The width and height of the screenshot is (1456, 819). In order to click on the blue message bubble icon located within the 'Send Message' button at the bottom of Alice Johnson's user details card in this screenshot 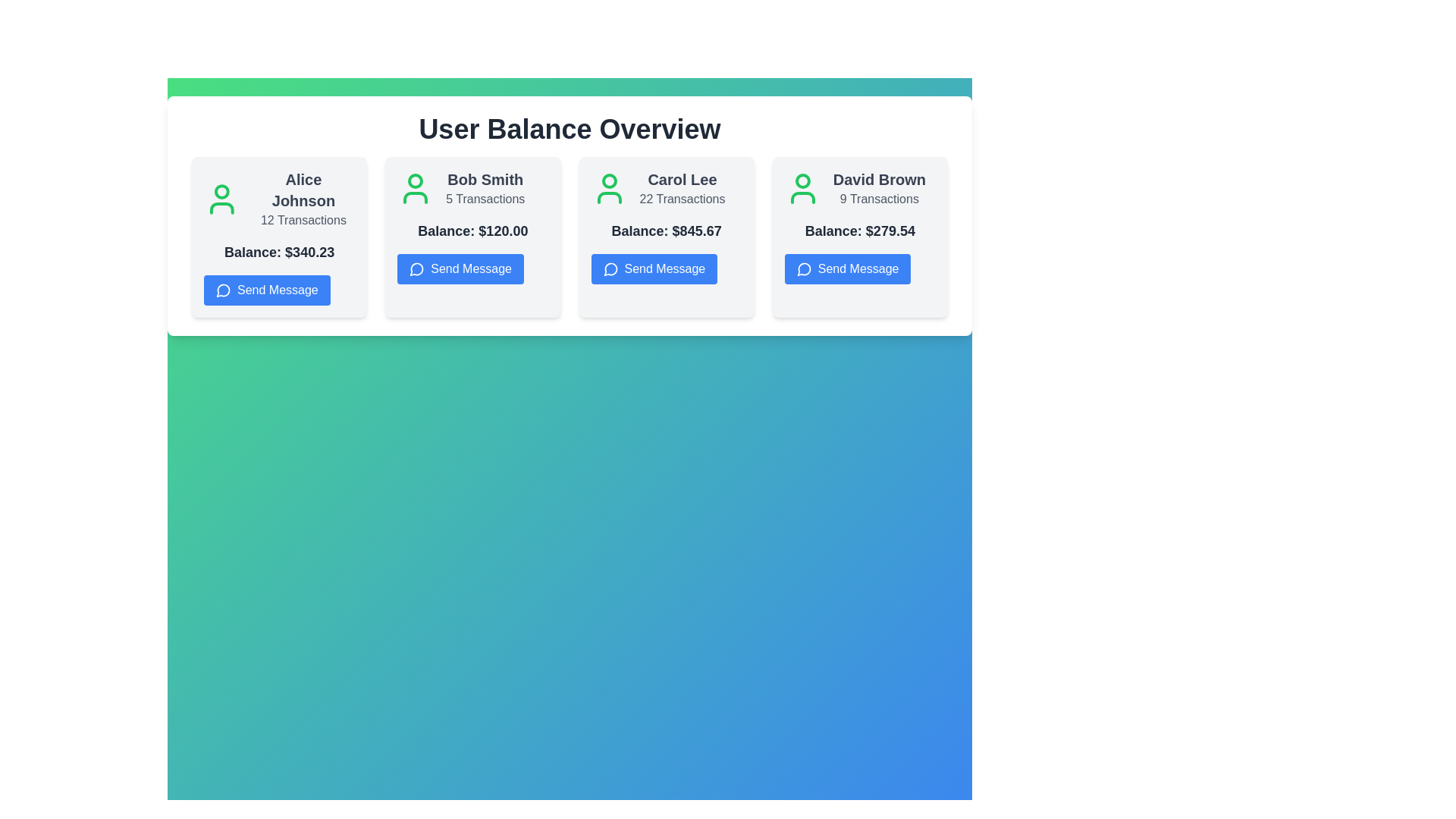, I will do `click(222, 290)`.